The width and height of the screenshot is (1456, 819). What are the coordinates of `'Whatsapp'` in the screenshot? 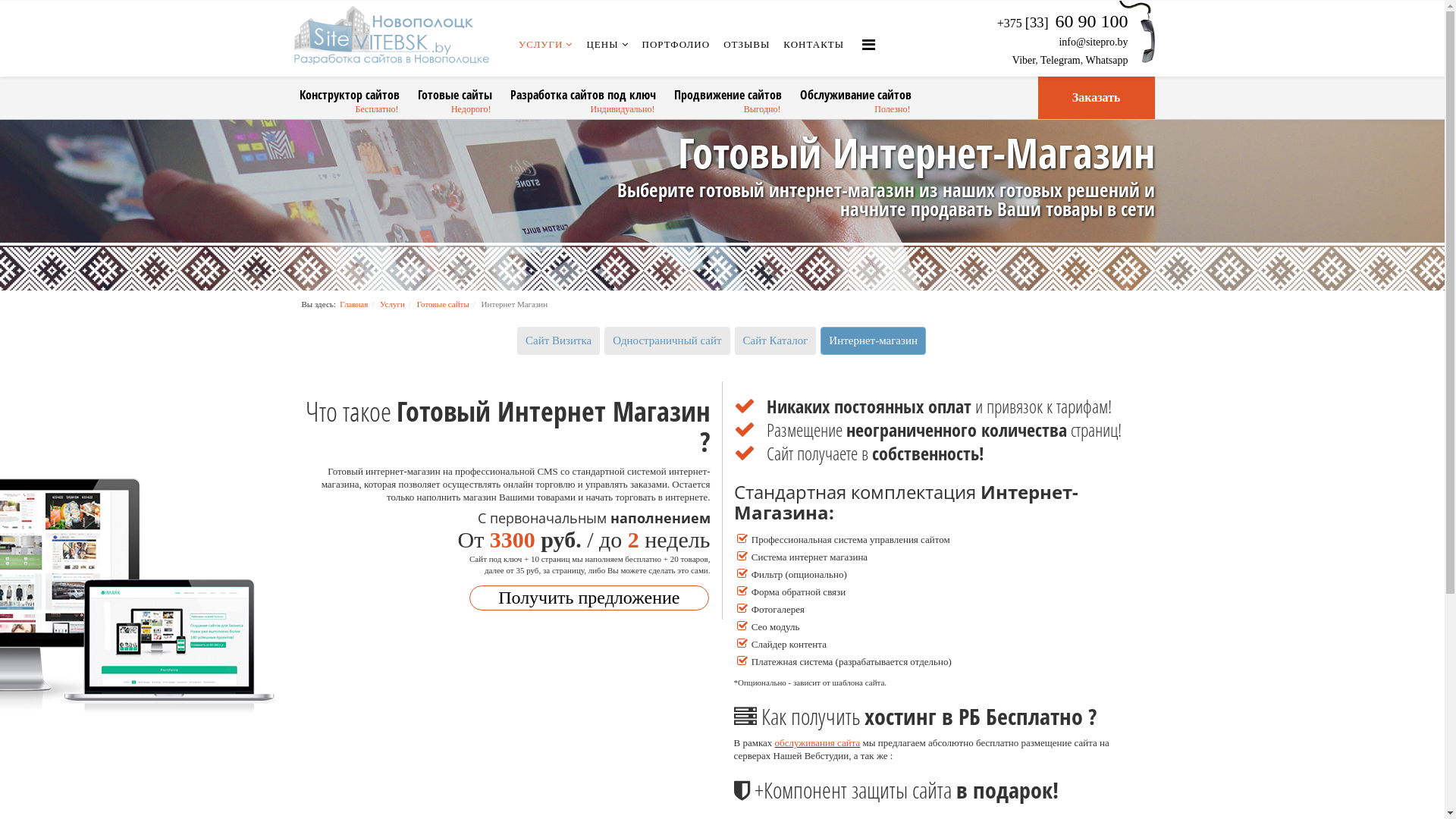 It's located at (1084, 59).